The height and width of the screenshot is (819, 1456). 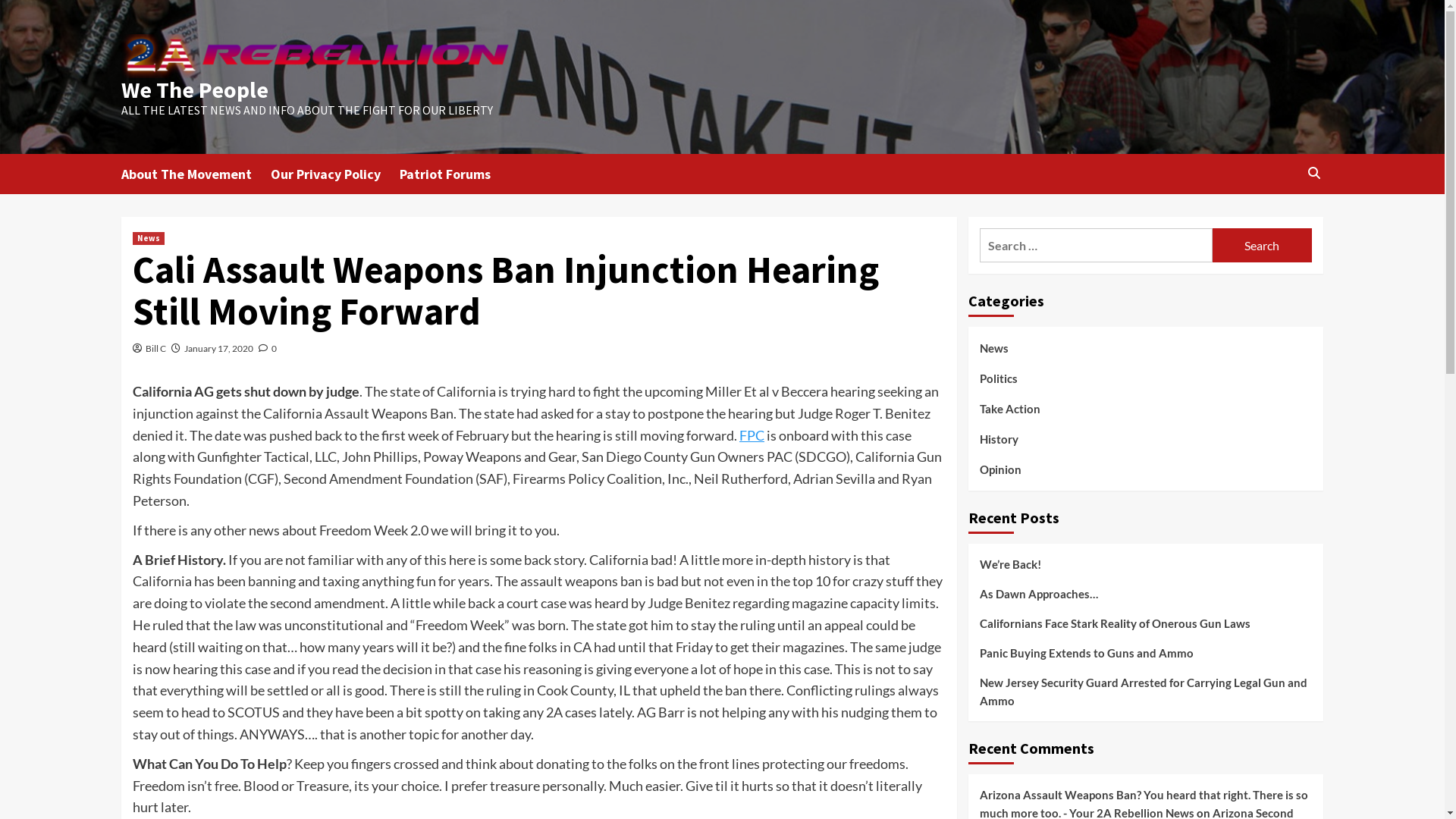 What do you see at coordinates (1211, 244) in the screenshot?
I see `'Search'` at bounding box center [1211, 244].